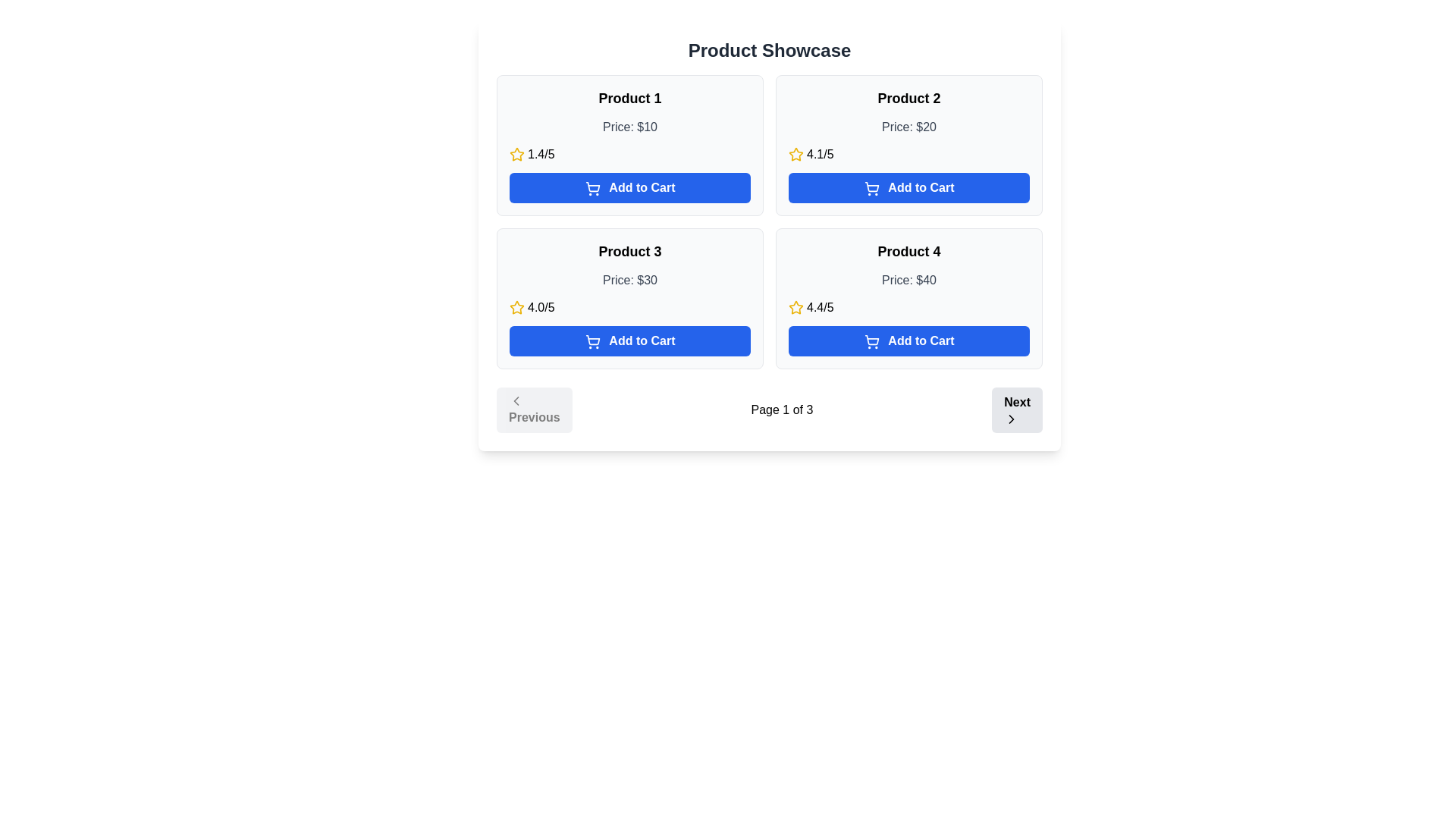 This screenshot has width=1456, height=819. Describe the element at coordinates (909, 250) in the screenshot. I see `the bold heading text for the product in the bottom-right corner of the grid layout, which is located above the price and rating section of the fourth product card` at that location.